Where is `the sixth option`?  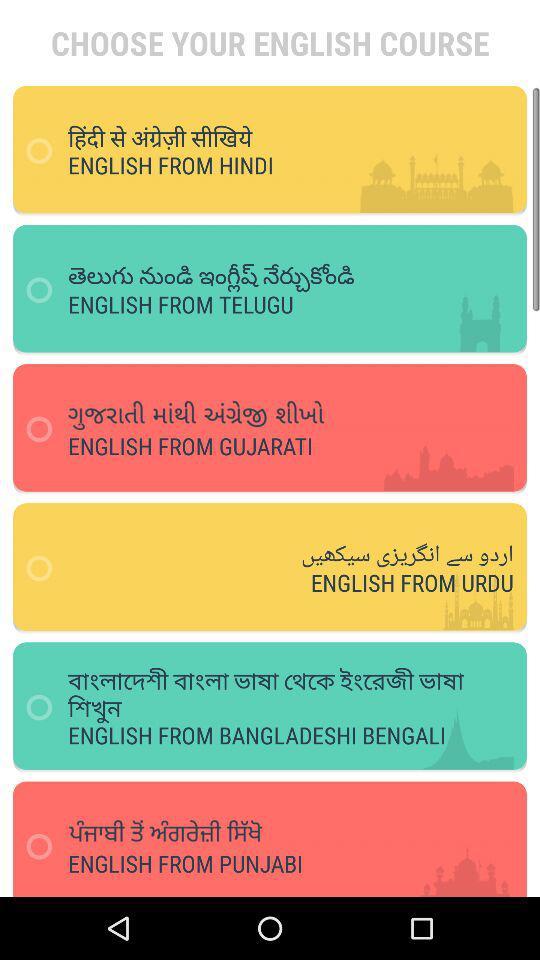
the sixth option is located at coordinates (276, 831).